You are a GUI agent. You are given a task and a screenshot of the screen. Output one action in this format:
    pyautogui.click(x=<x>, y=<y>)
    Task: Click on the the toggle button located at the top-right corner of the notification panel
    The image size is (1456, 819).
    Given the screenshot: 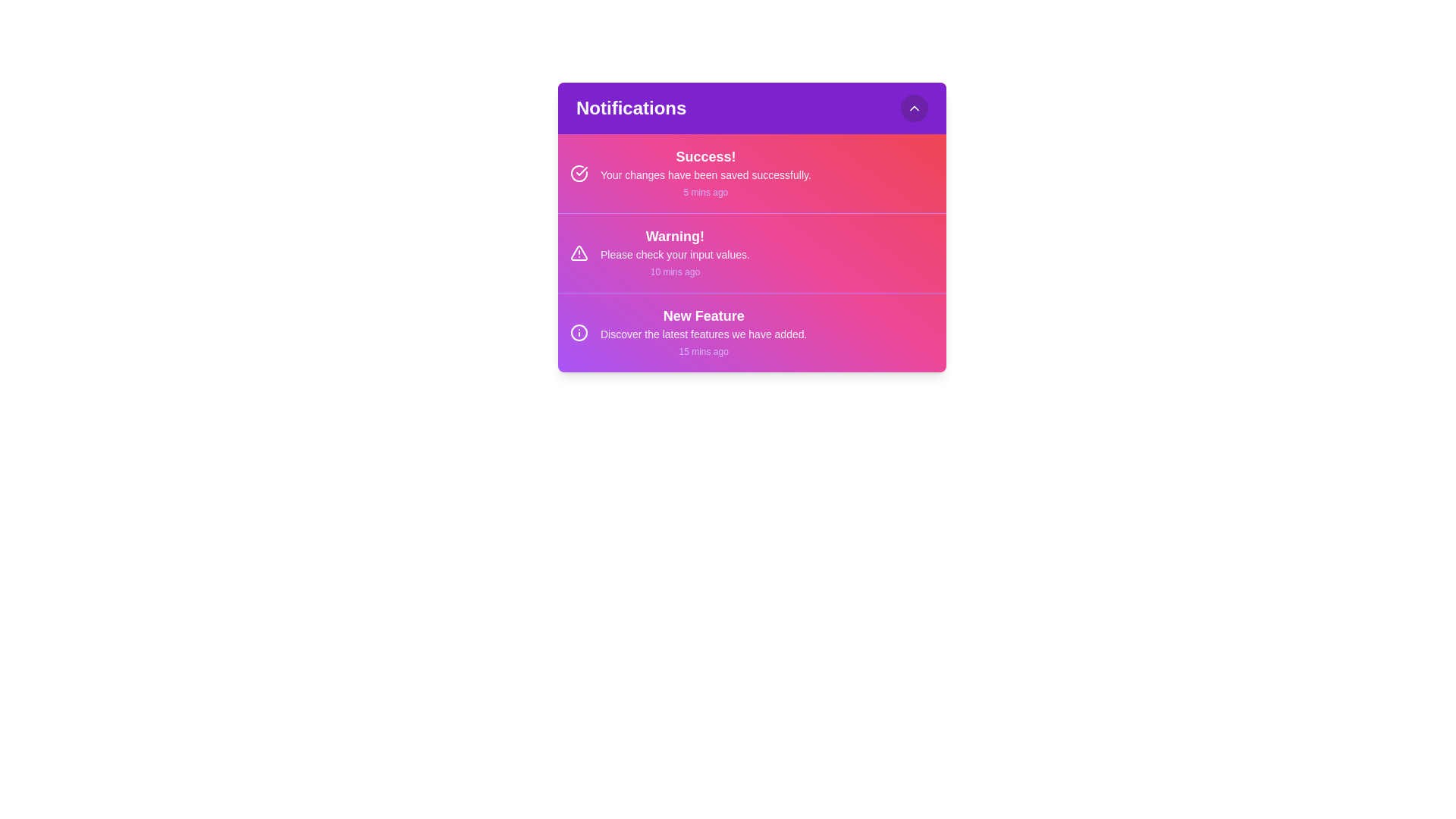 What is the action you would take?
    pyautogui.click(x=913, y=107)
    